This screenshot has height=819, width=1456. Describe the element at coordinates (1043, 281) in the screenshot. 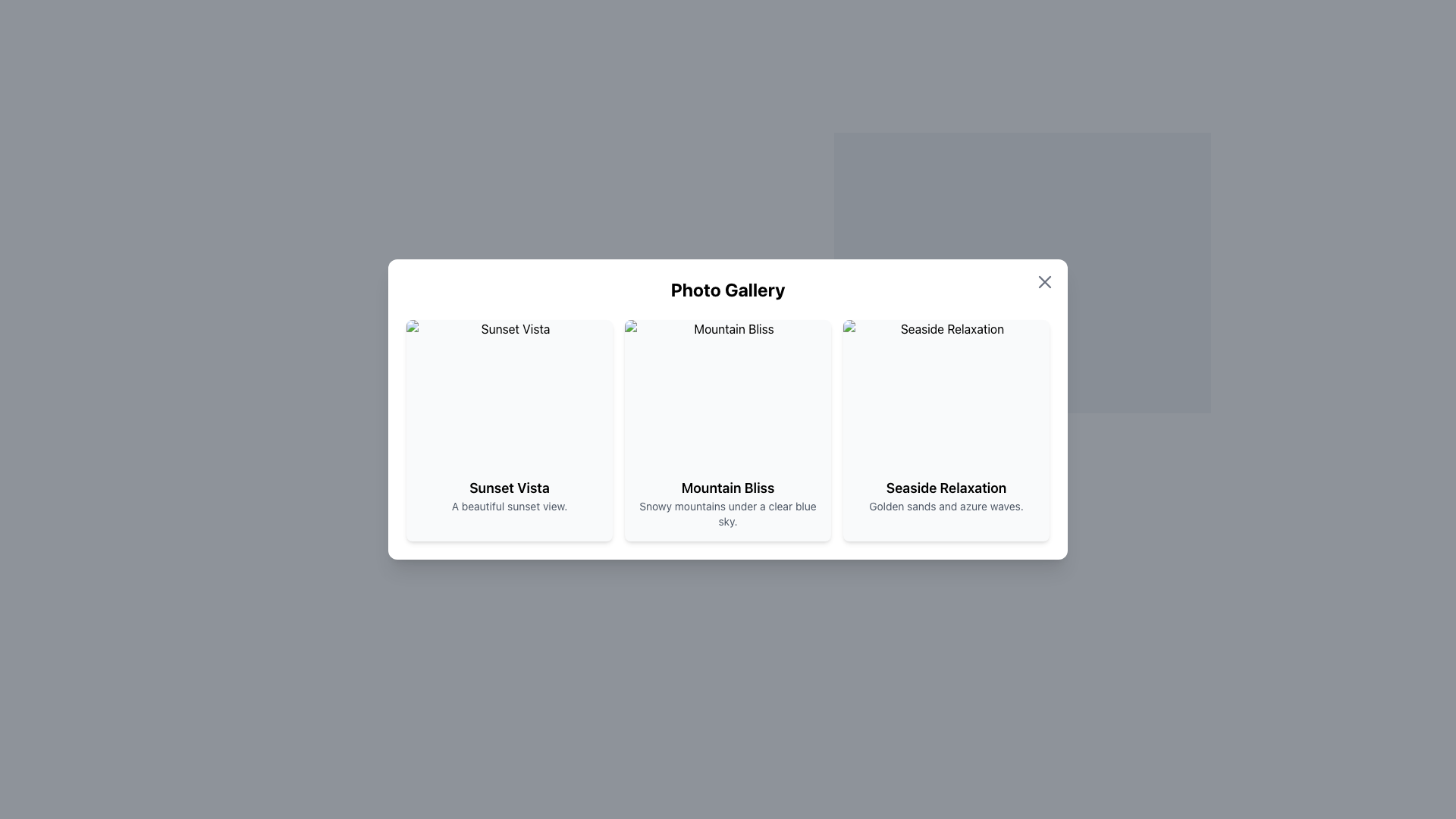

I see `the close icon located in the top-right corner of the white modal overlay` at that location.